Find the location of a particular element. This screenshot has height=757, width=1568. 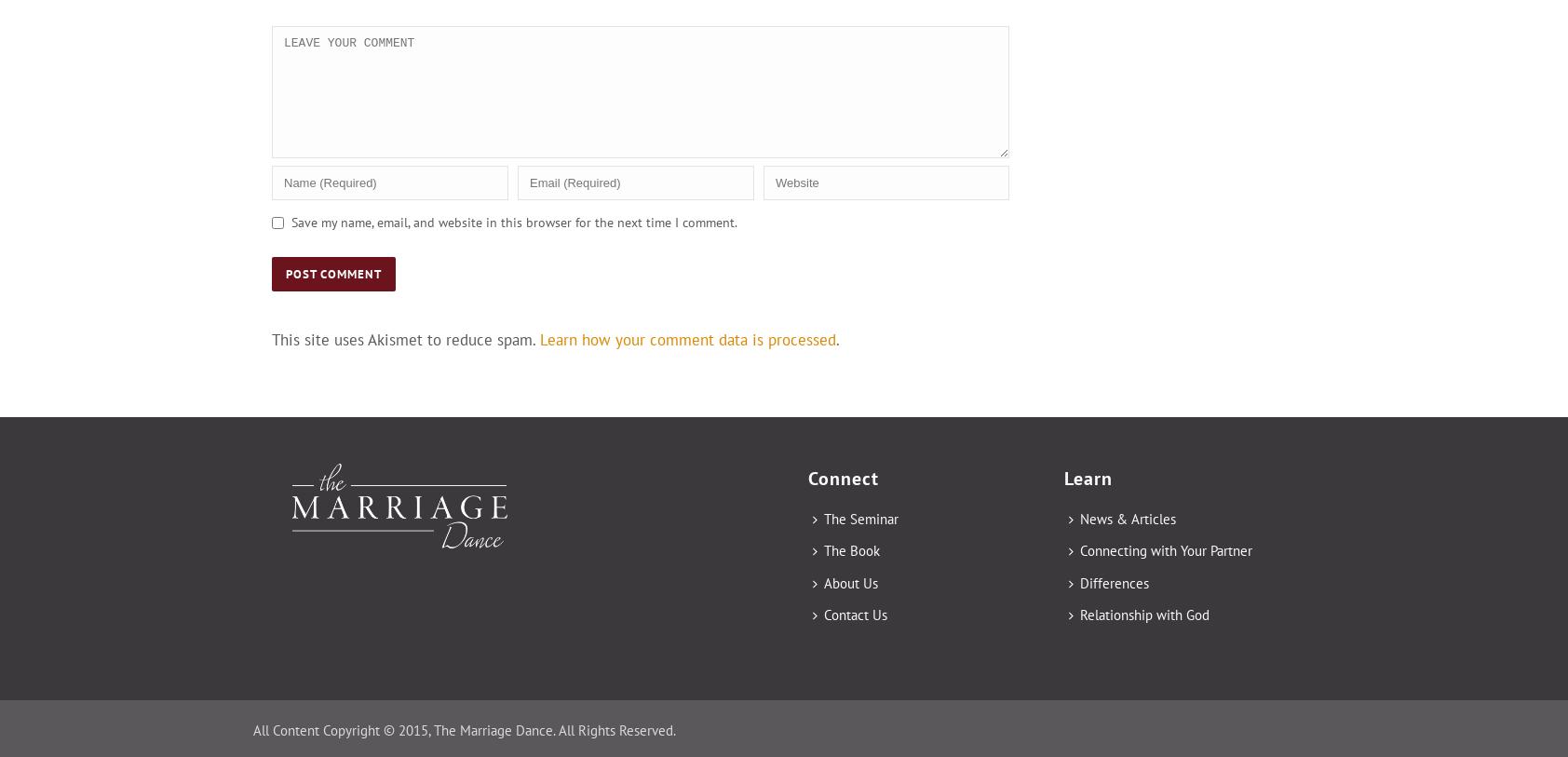

'This site uses Akismet to reduce spam.' is located at coordinates (404, 339).